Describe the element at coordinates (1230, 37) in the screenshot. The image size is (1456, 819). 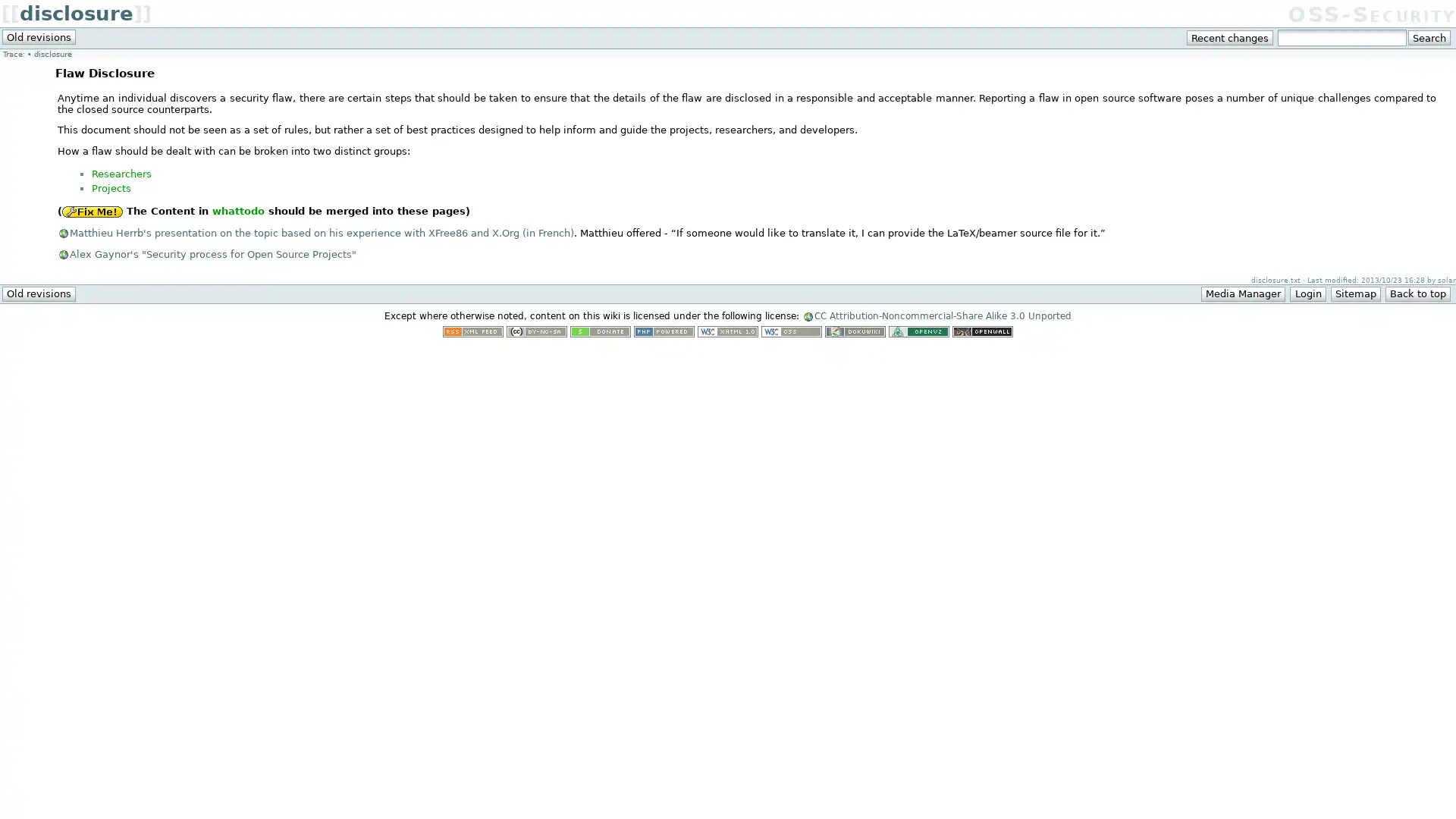
I see `Recent changes` at that location.